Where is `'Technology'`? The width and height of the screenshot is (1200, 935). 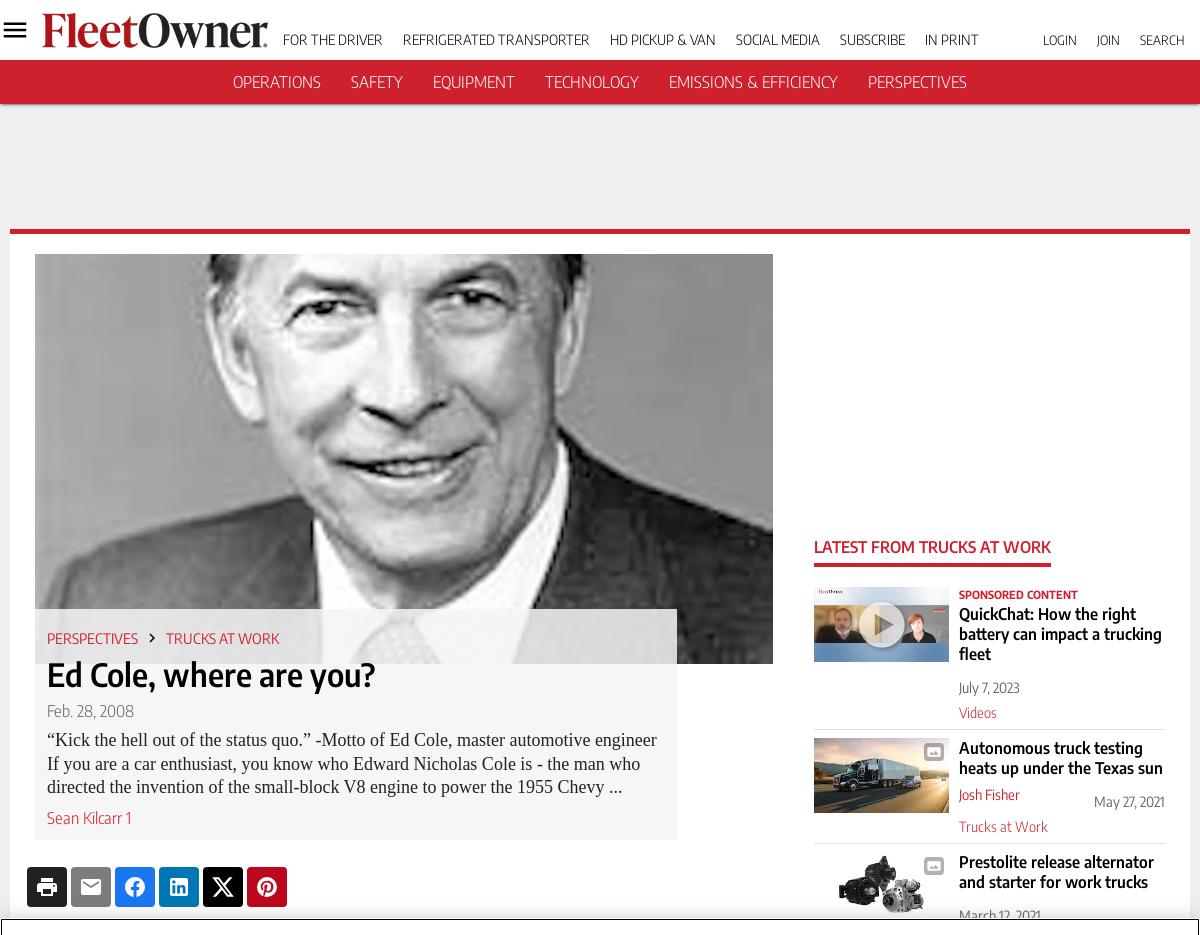 'Technology' is located at coordinates (590, 81).